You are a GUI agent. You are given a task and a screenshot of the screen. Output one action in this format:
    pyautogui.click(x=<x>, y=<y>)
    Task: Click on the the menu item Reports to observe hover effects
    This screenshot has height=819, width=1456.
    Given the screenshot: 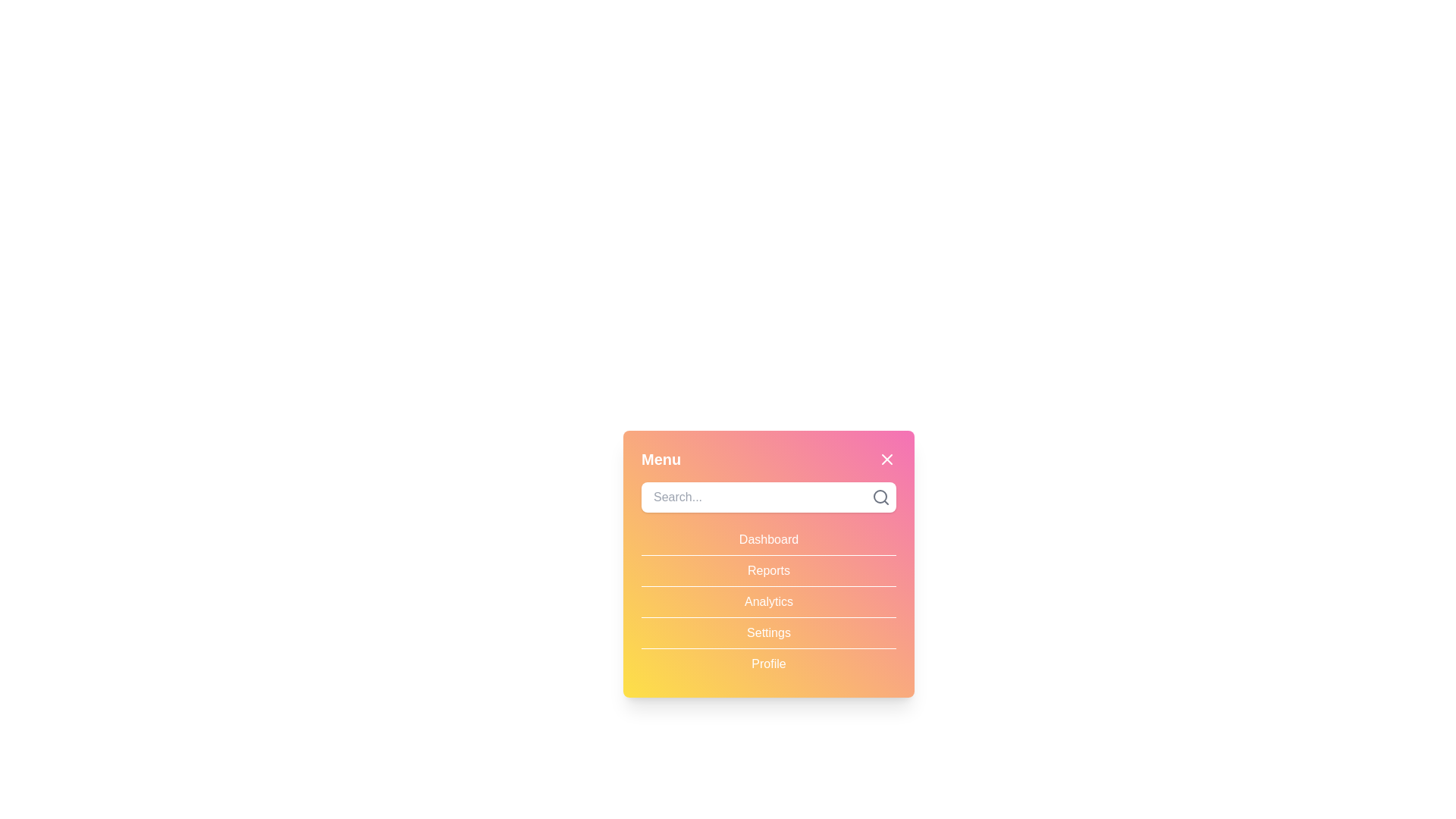 What is the action you would take?
    pyautogui.click(x=768, y=570)
    